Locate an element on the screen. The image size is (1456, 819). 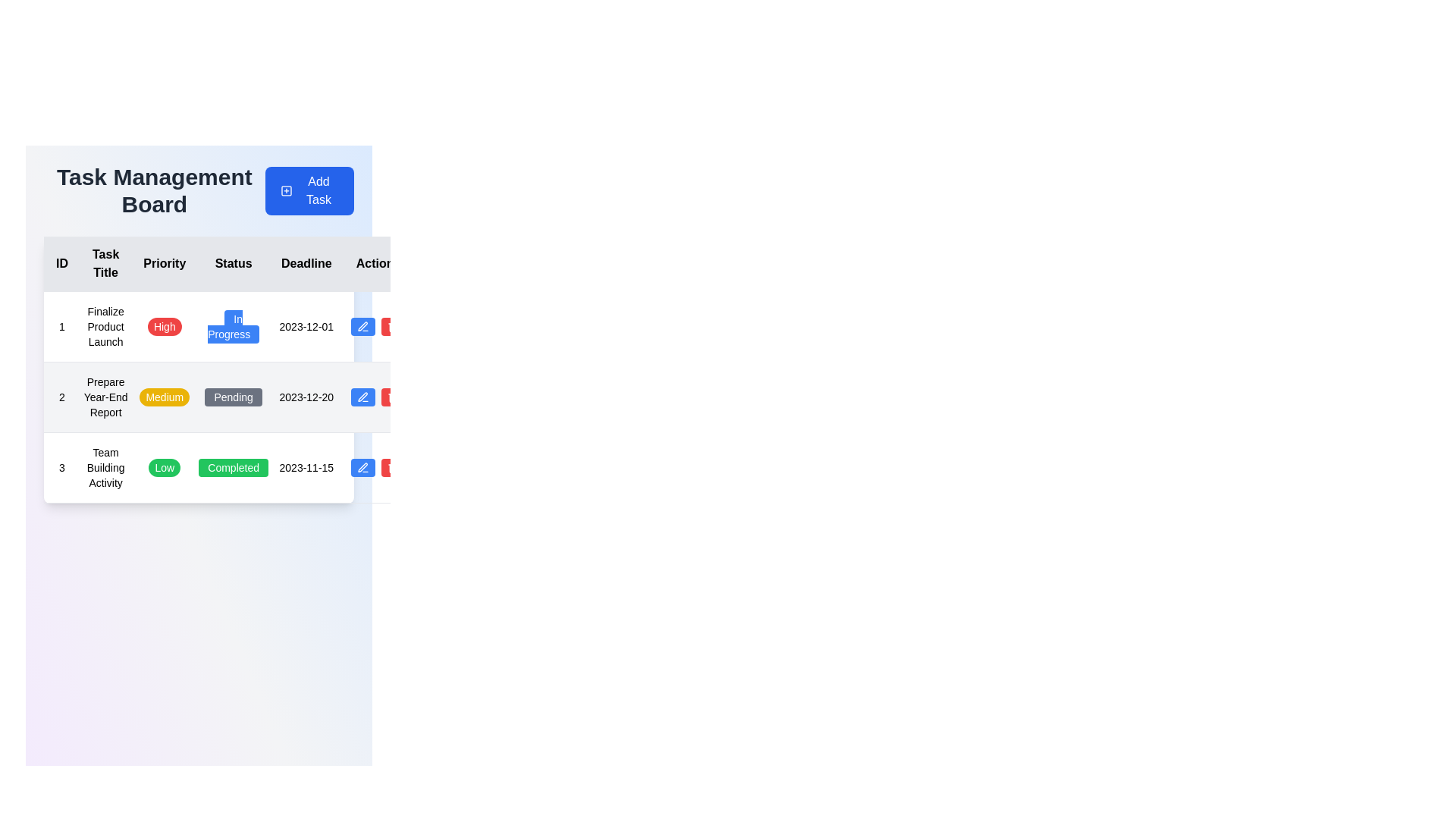
the static text label displaying the deadline date for the task 'Finalize Product Launch' located in the first row under the 'Deadline' column is located at coordinates (306, 326).